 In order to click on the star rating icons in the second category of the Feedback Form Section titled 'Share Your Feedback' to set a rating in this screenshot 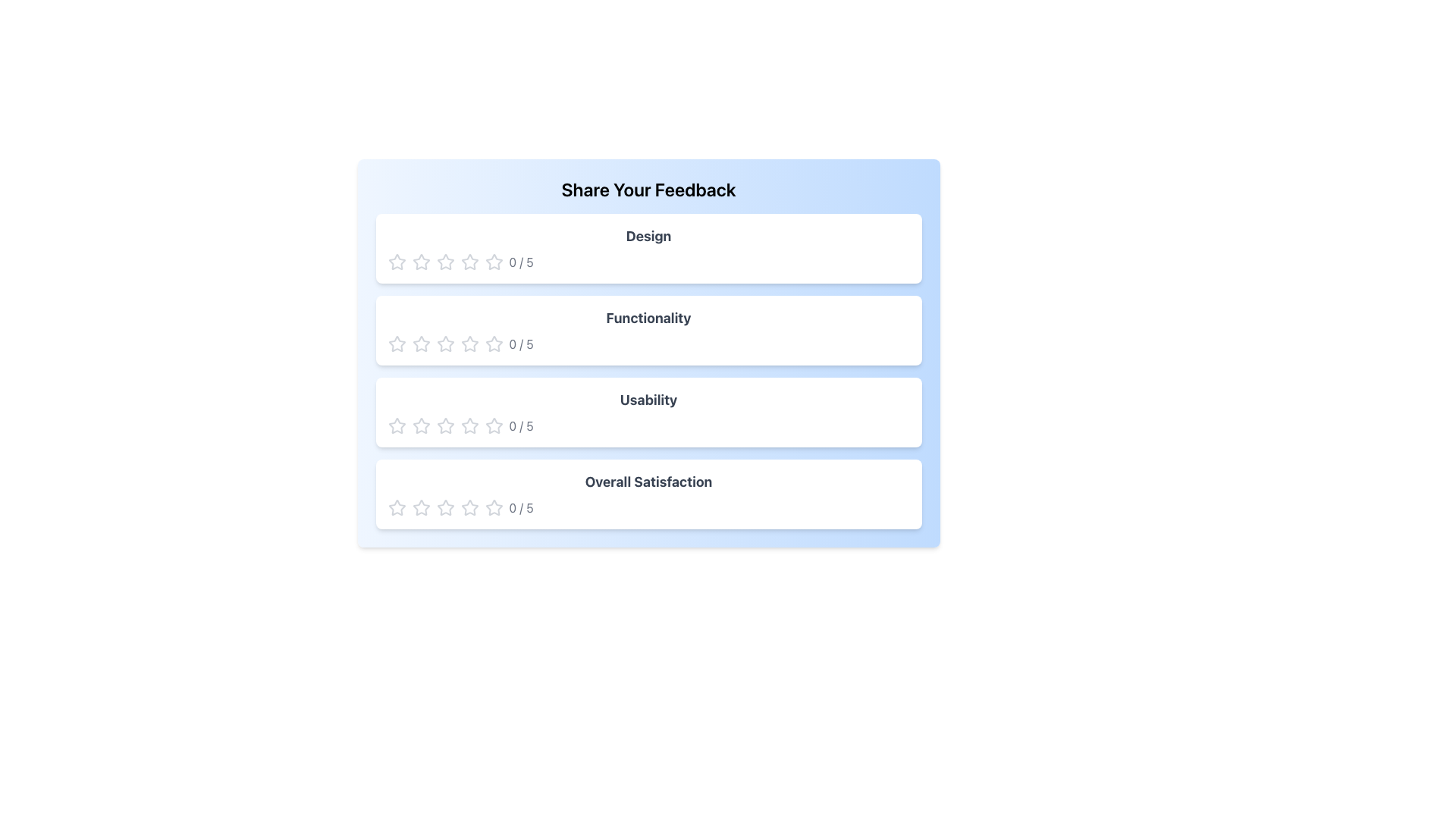, I will do `click(648, 353)`.